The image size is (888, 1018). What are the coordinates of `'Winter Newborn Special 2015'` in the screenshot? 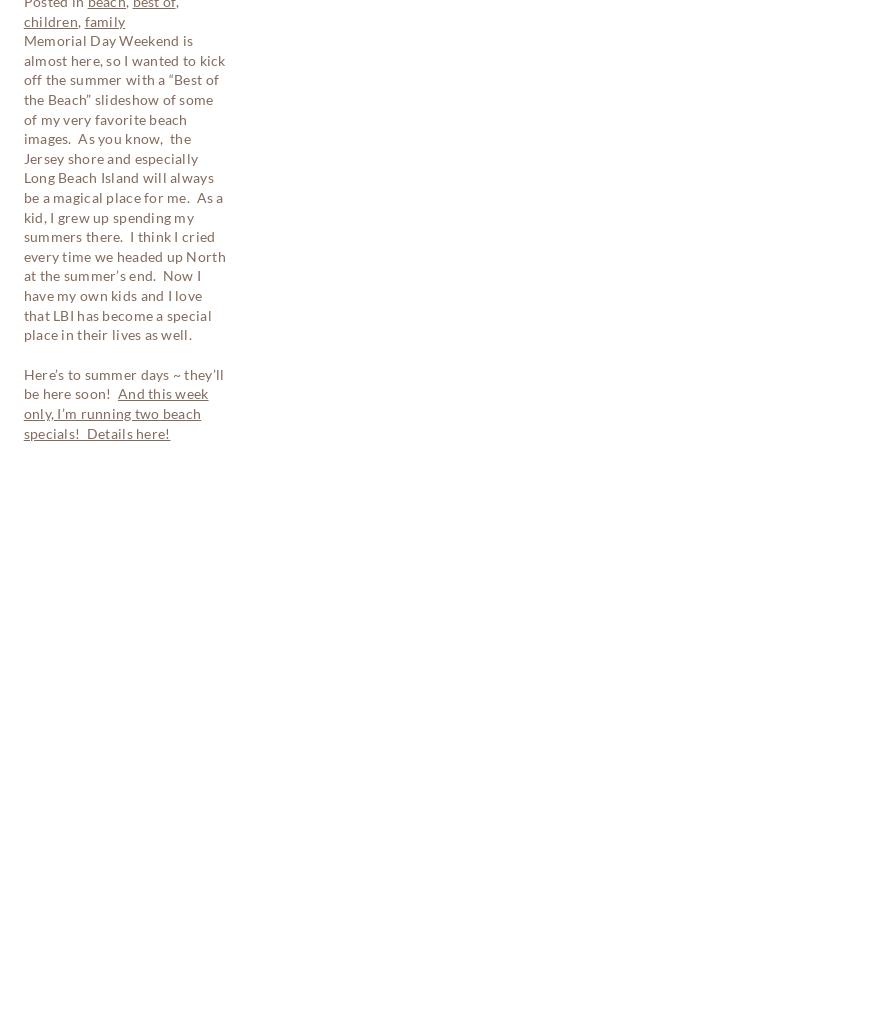 It's located at (124, 566).